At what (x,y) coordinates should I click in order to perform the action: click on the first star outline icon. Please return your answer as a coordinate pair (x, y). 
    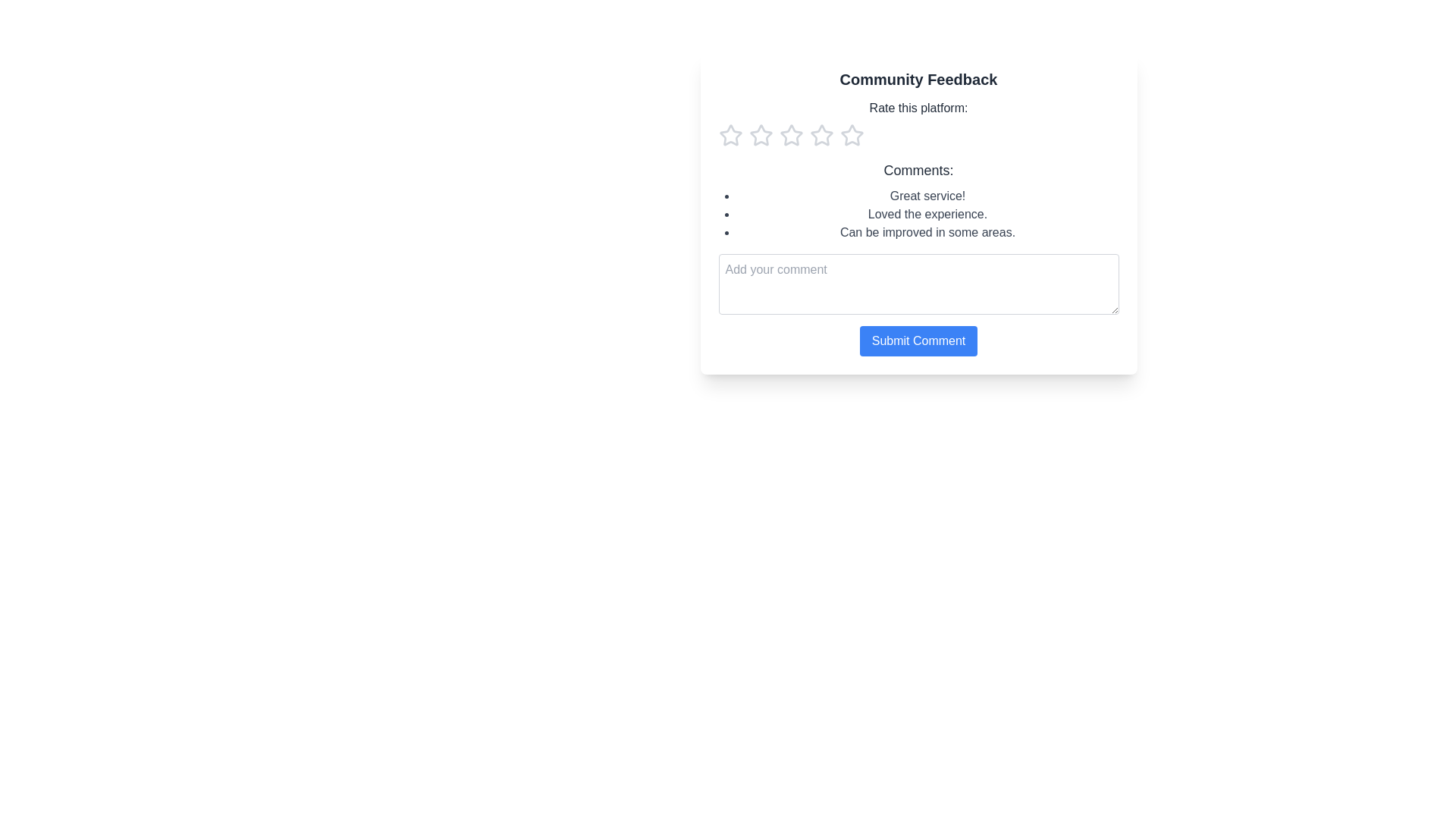
    Looking at the image, I should click on (761, 134).